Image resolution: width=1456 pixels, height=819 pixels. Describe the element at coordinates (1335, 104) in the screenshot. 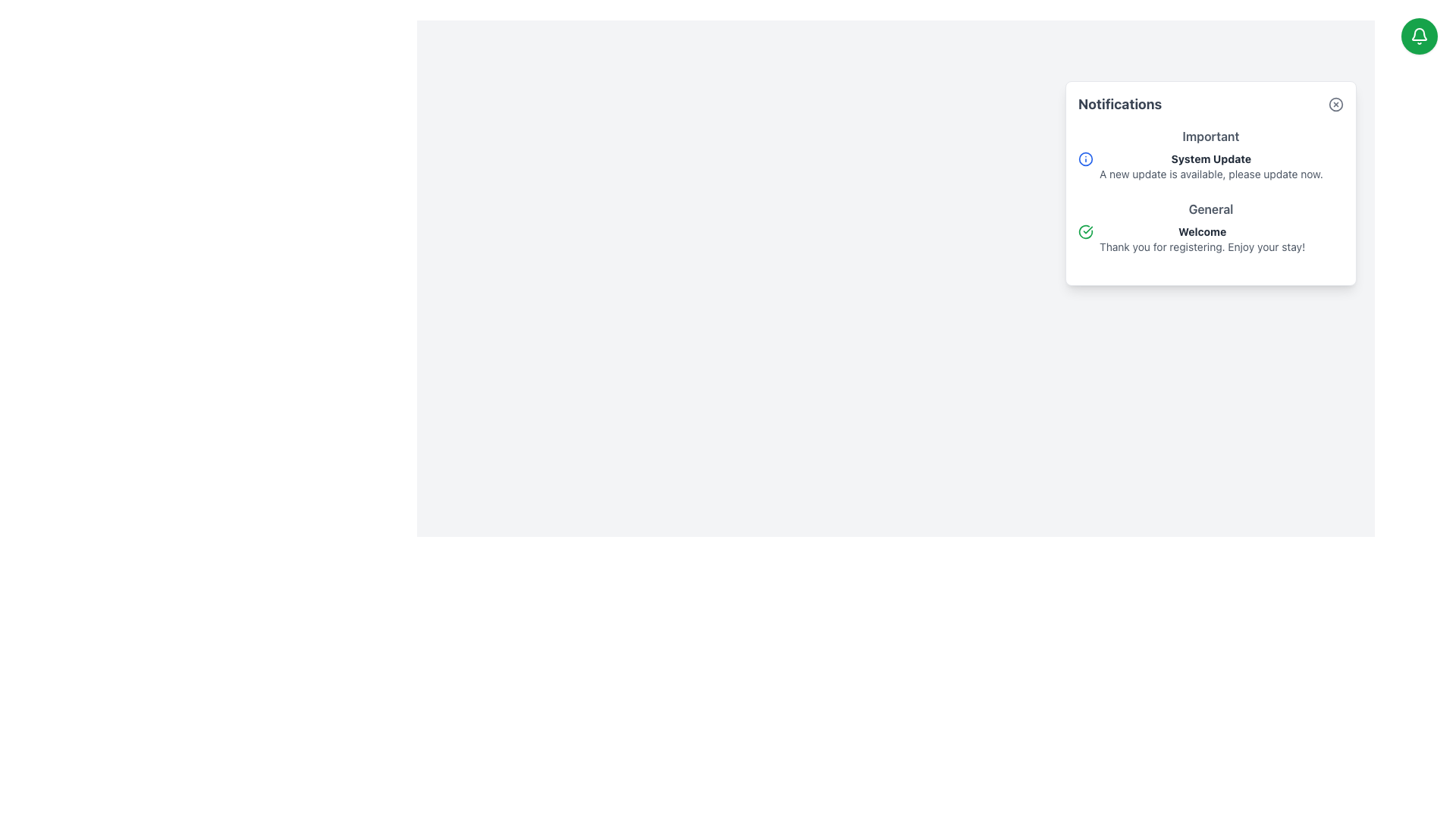

I see `the circular gray button with a cross mark inside, located to the far right of the 'Notifications' title in the notification panel, to observe the hover effect` at that location.